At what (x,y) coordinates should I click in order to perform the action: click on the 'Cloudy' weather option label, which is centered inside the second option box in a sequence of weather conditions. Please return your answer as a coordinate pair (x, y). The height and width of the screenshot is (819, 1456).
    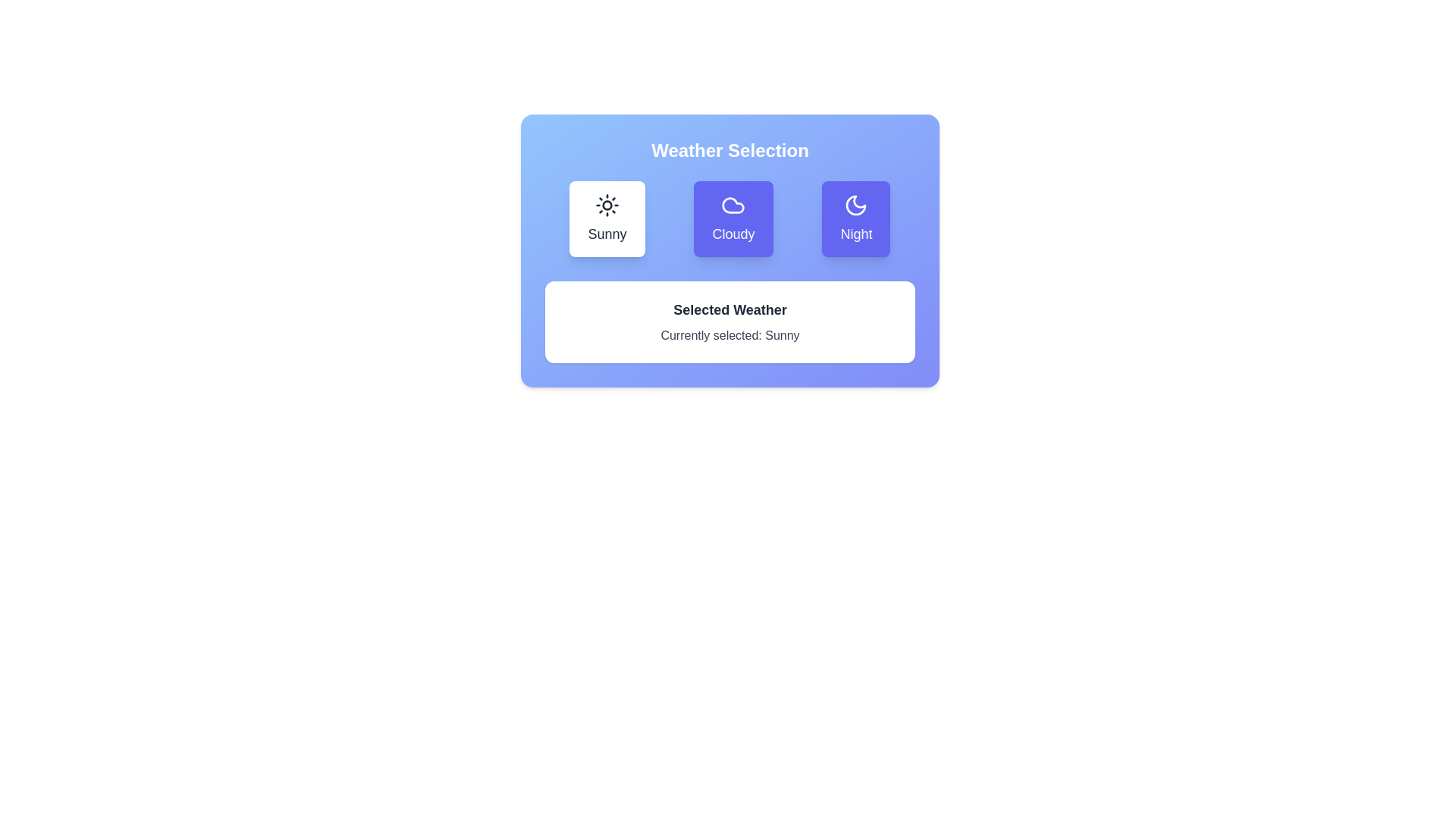
    Looking at the image, I should click on (733, 234).